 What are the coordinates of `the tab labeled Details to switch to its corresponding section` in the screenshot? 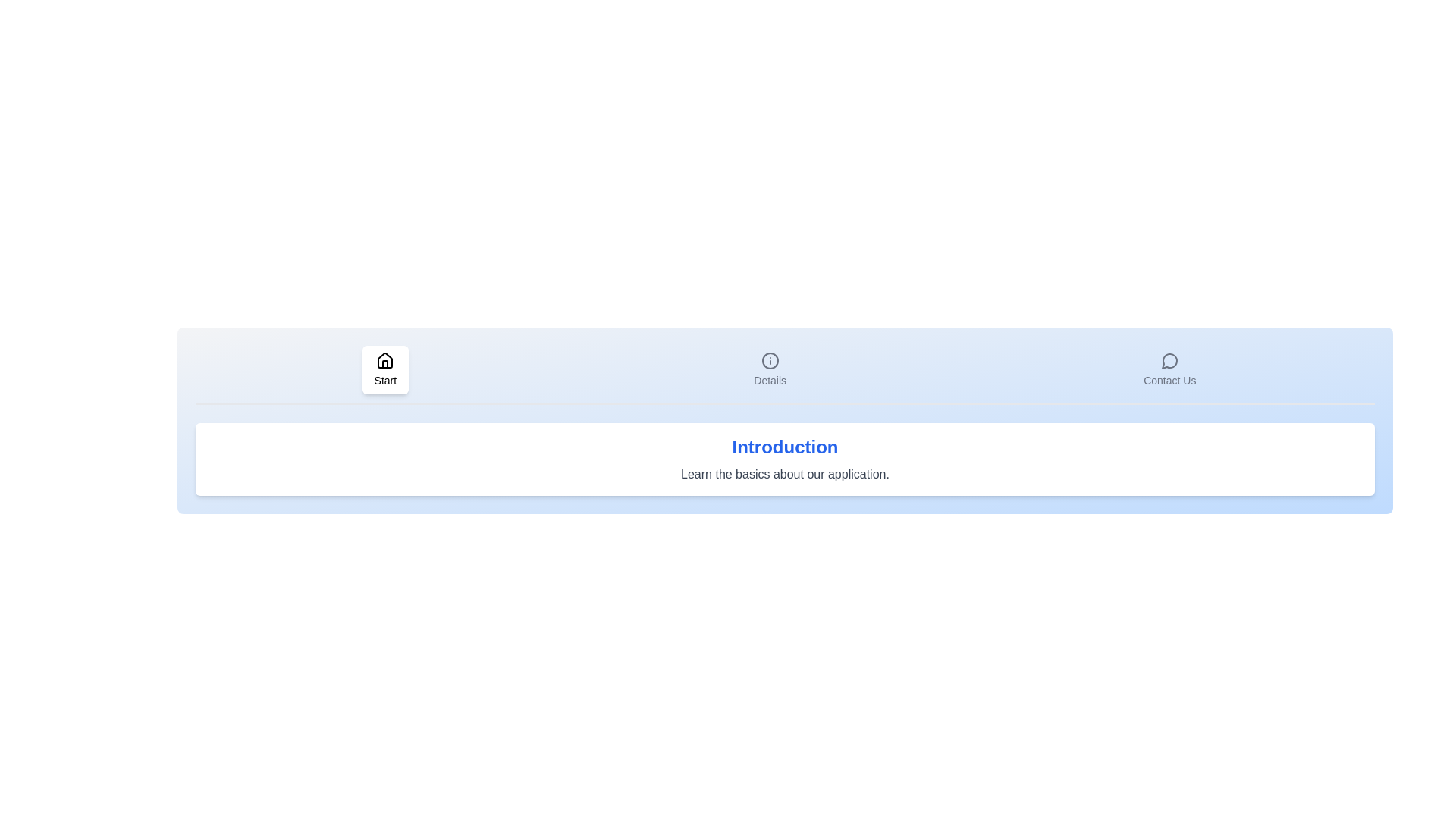 It's located at (770, 370).